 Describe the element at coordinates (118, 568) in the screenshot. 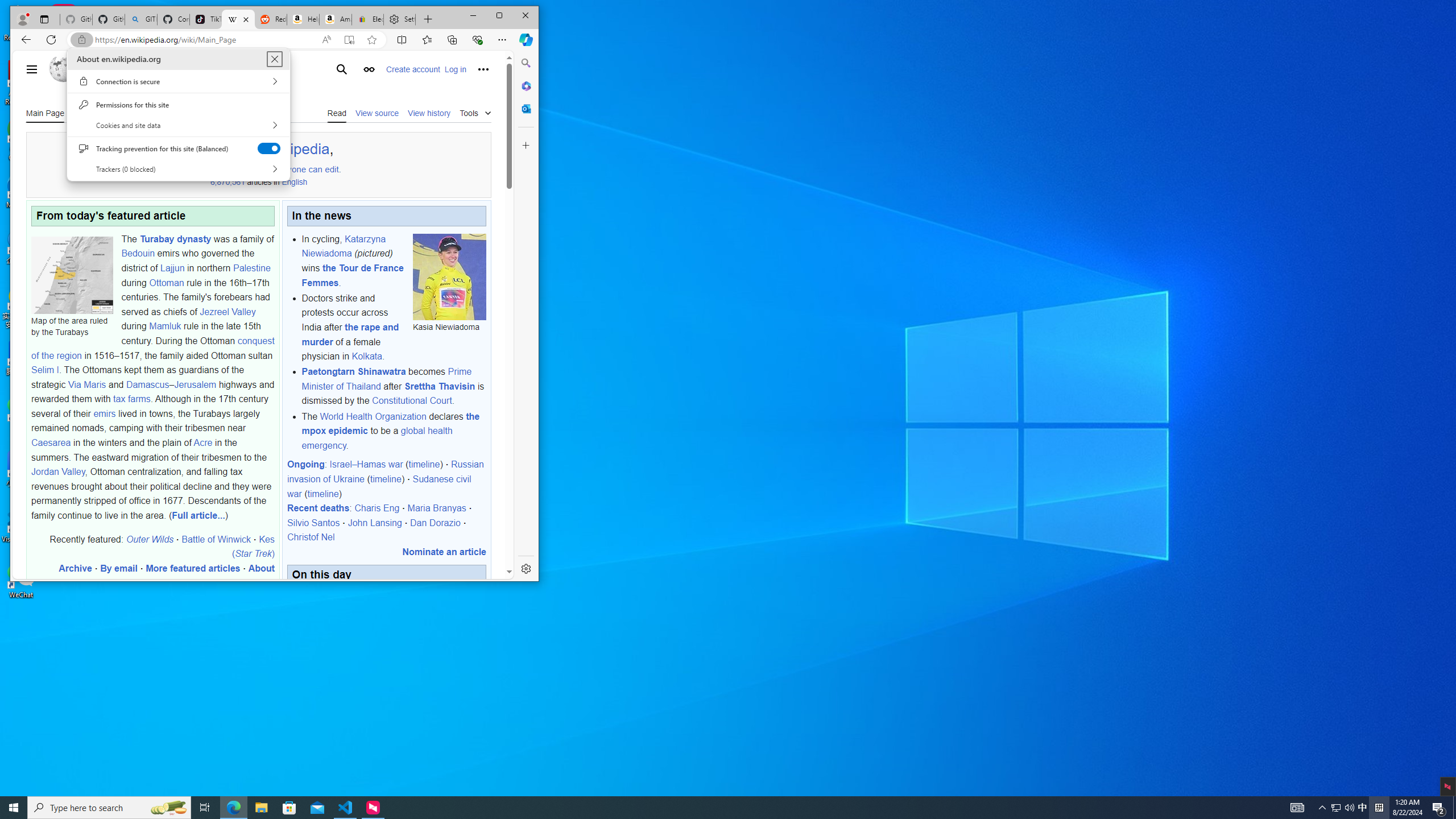

I see `'By email'` at that location.